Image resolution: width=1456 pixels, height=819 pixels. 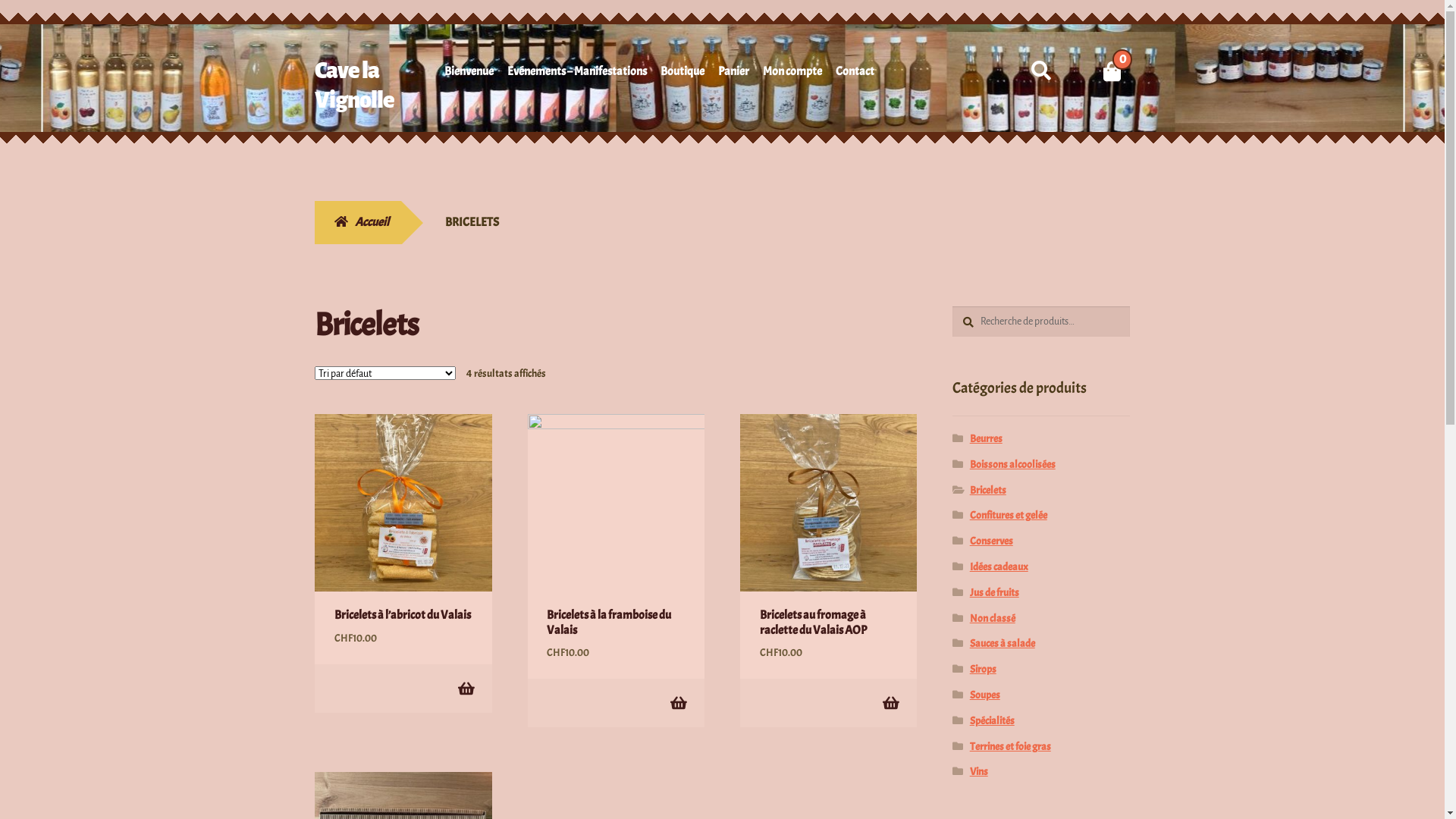 I want to click on 'Soupes', so click(x=985, y=695).